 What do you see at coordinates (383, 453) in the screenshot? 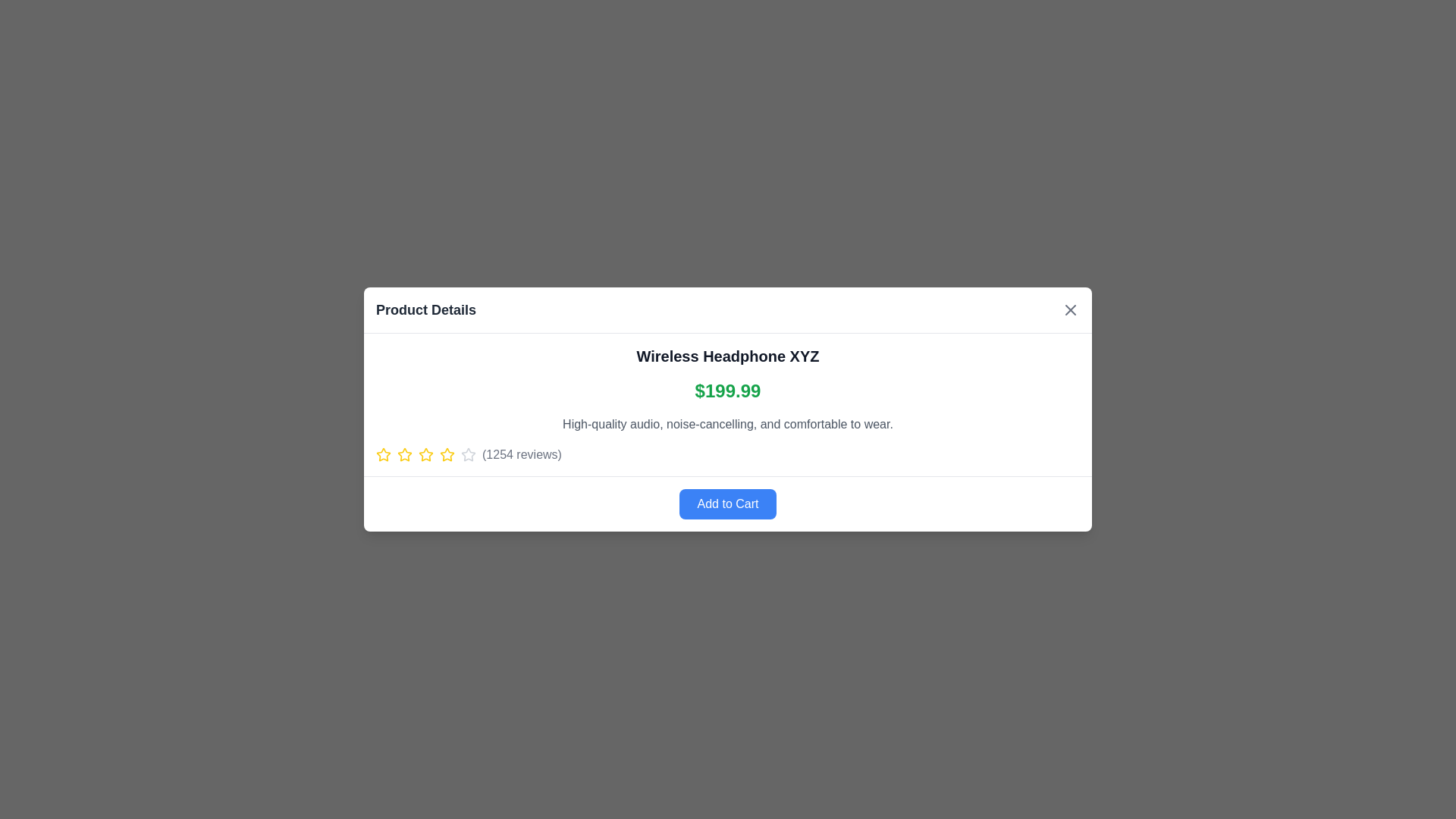
I see `the first yellow five-pointed star icon used for rating` at bounding box center [383, 453].